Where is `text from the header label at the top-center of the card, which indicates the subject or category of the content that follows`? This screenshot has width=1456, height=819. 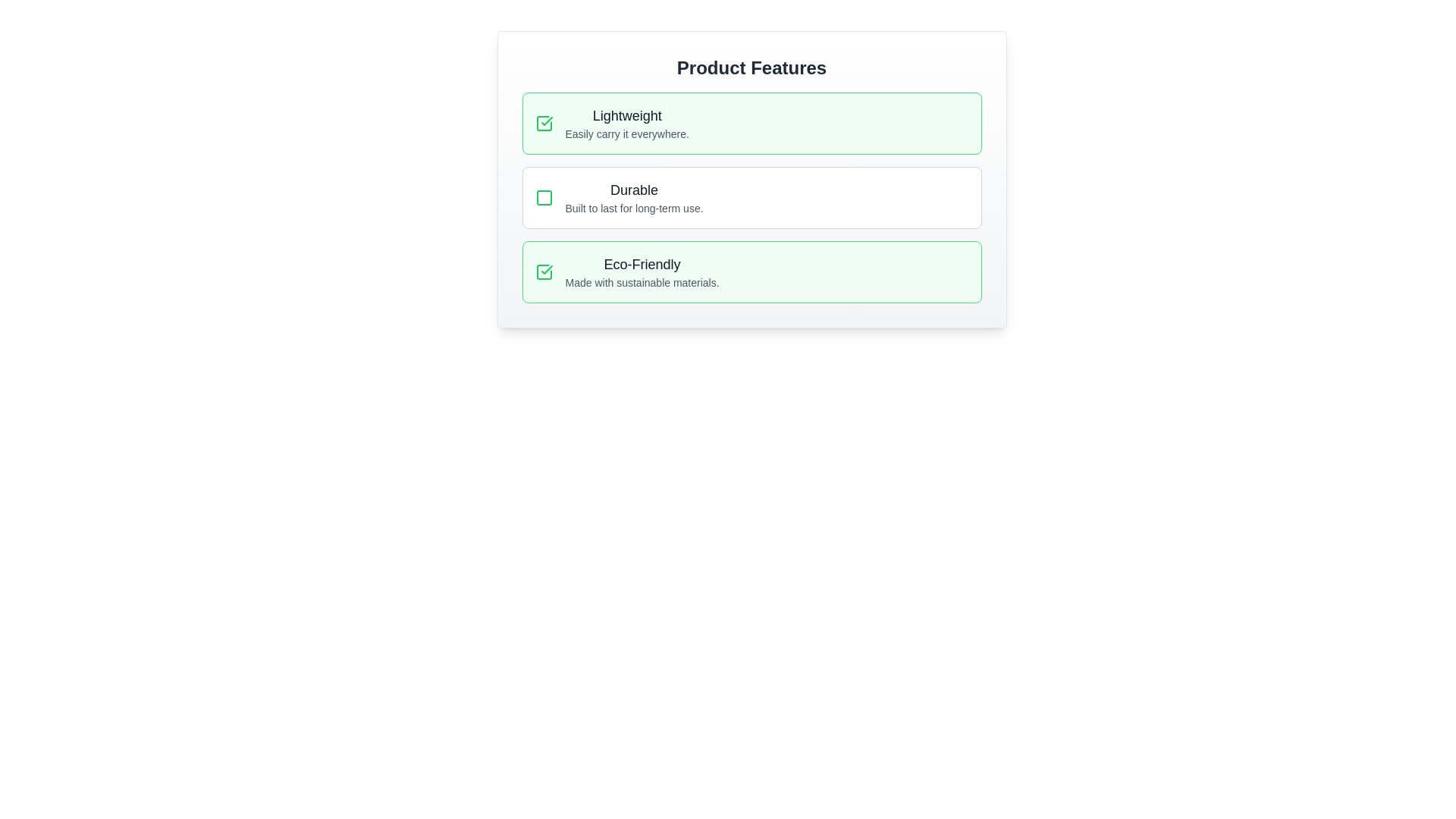 text from the header label at the top-center of the card, which indicates the subject or category of the content that follows is located at coordinates (752, 67).